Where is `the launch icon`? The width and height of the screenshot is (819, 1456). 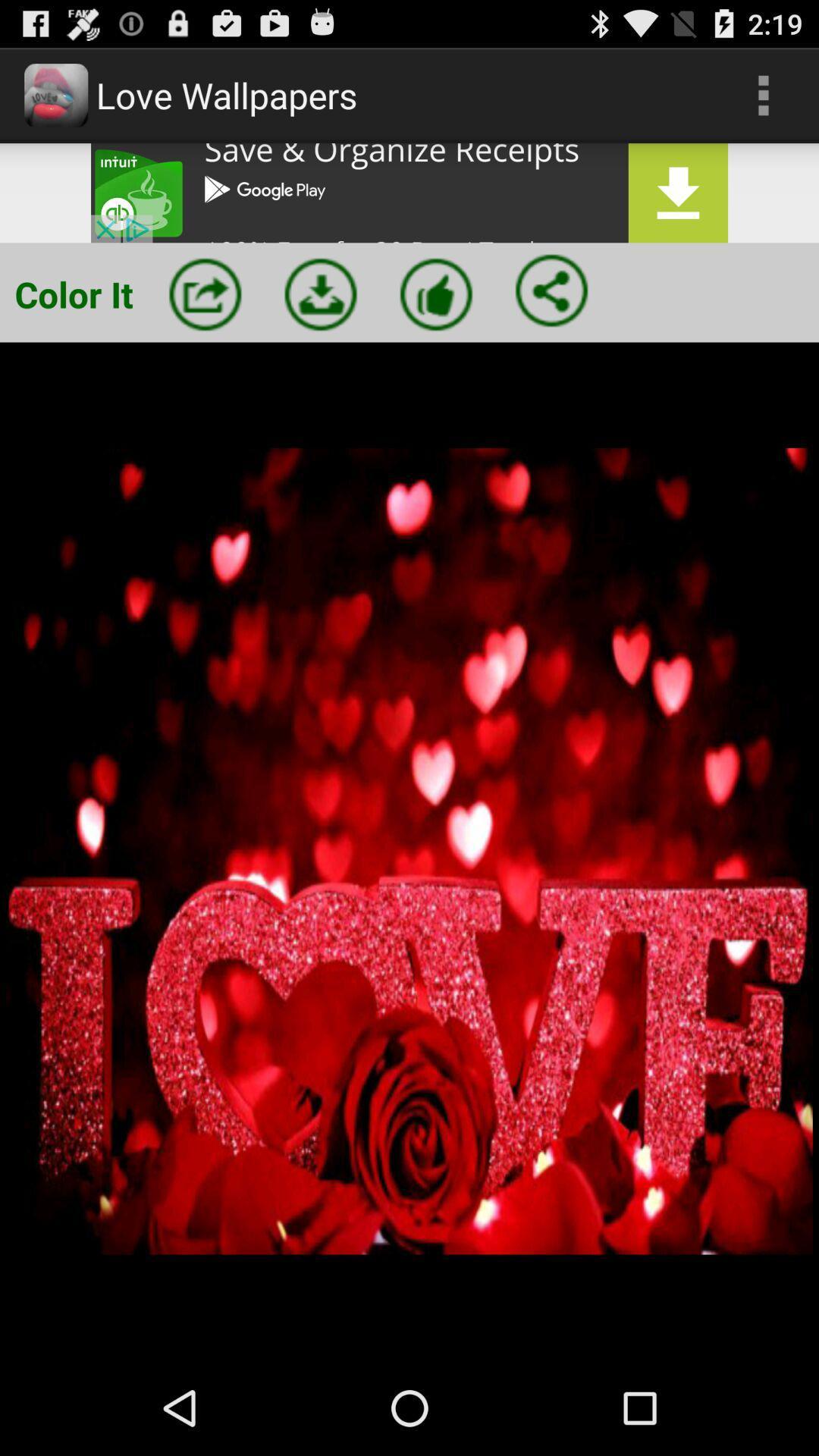
the launch icon is located at coordinates (205, 314).